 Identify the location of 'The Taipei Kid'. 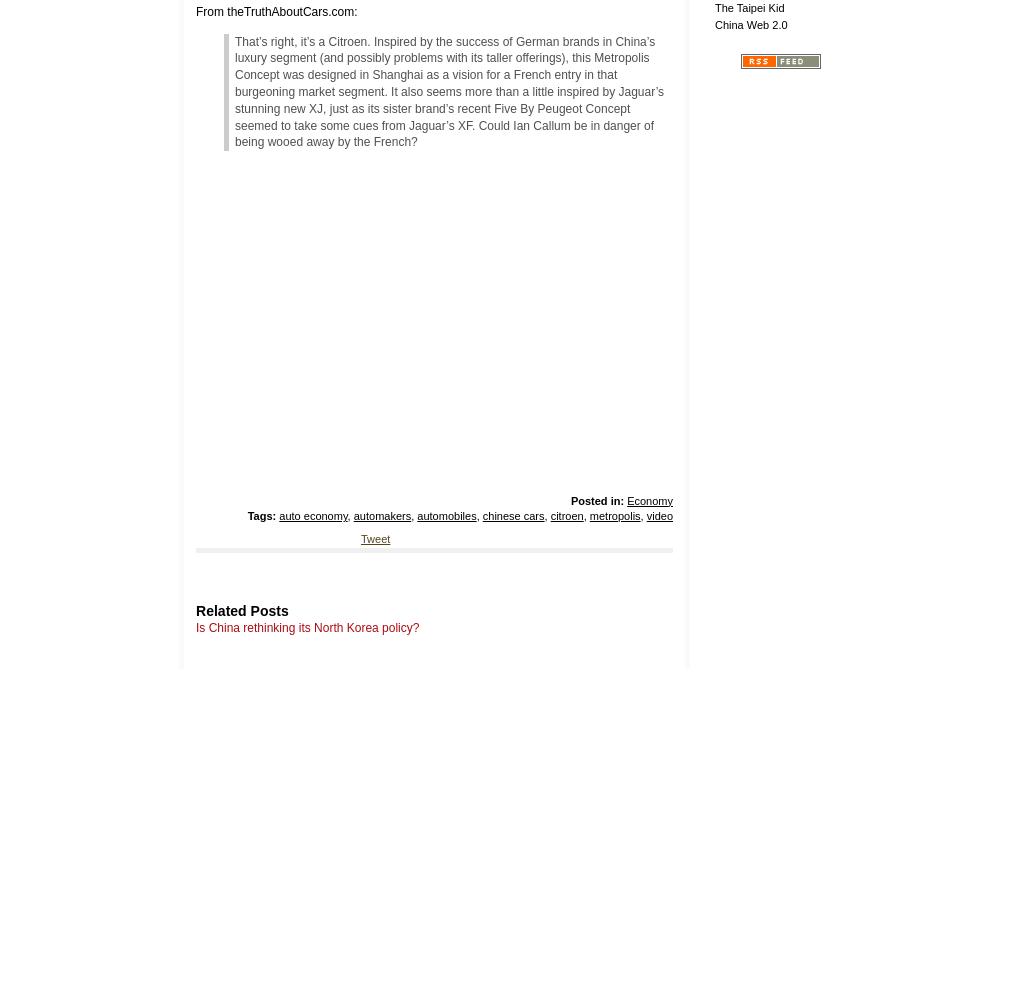
(714, 8).